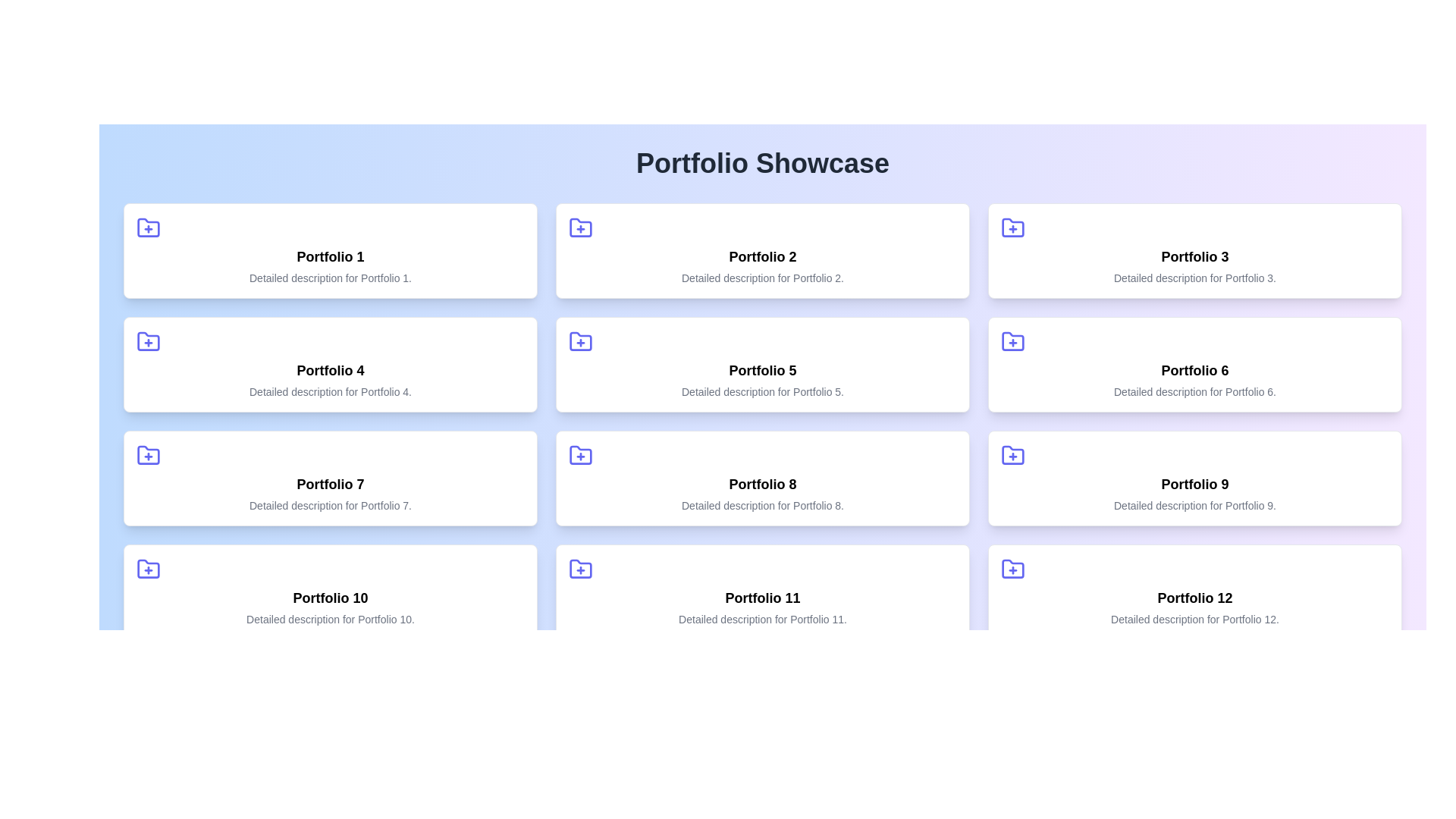 The image size is (1456, 819). What do you see at coordinates (580, 227) in the screenshot?
I see `the blue folder-shaped icon with a plus sign located to the left of the text 'Portfolio 2'` at bounding box center [580, 227].